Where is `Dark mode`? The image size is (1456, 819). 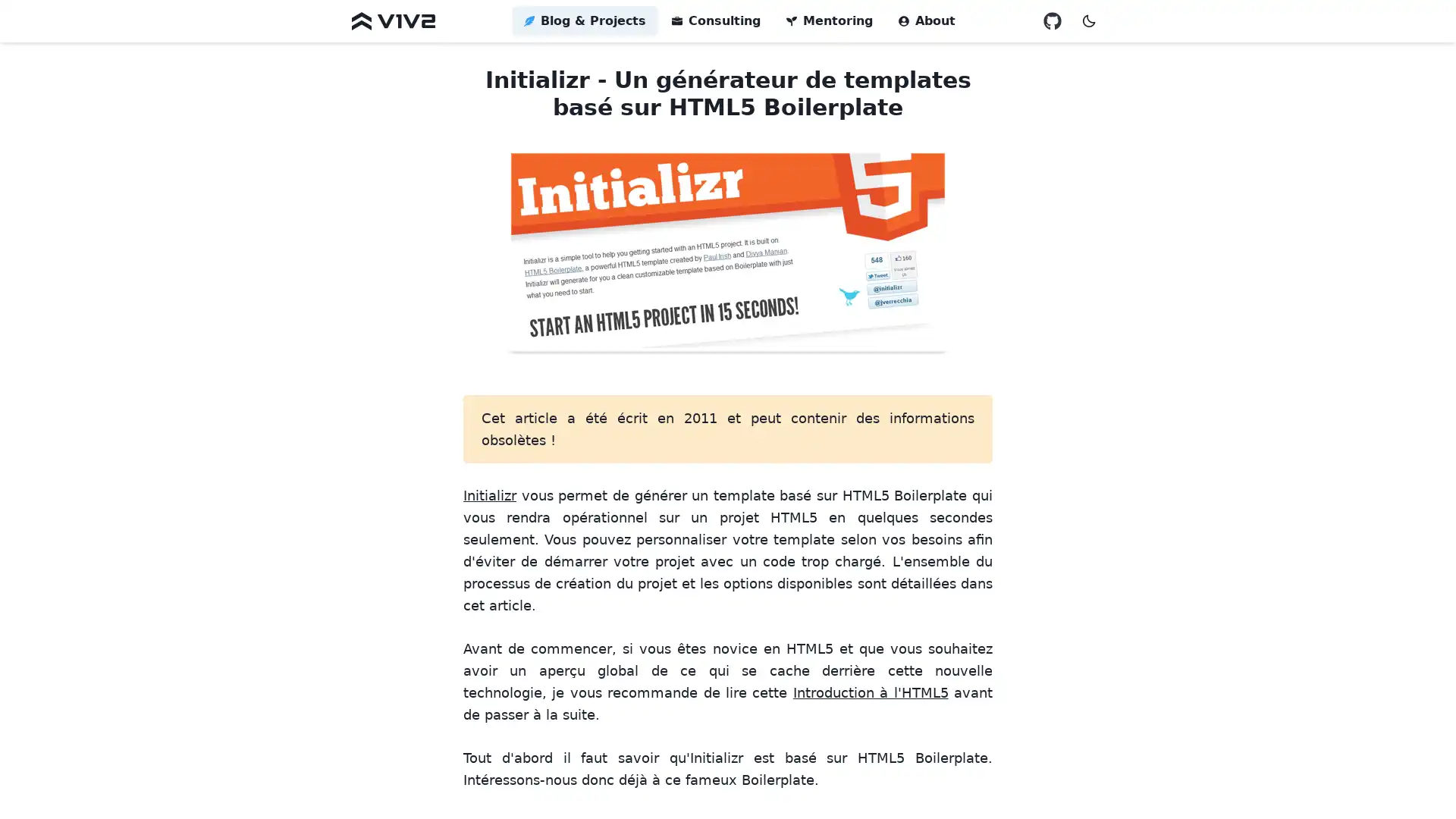
Dark mode is located at coordinates (1087, 20).